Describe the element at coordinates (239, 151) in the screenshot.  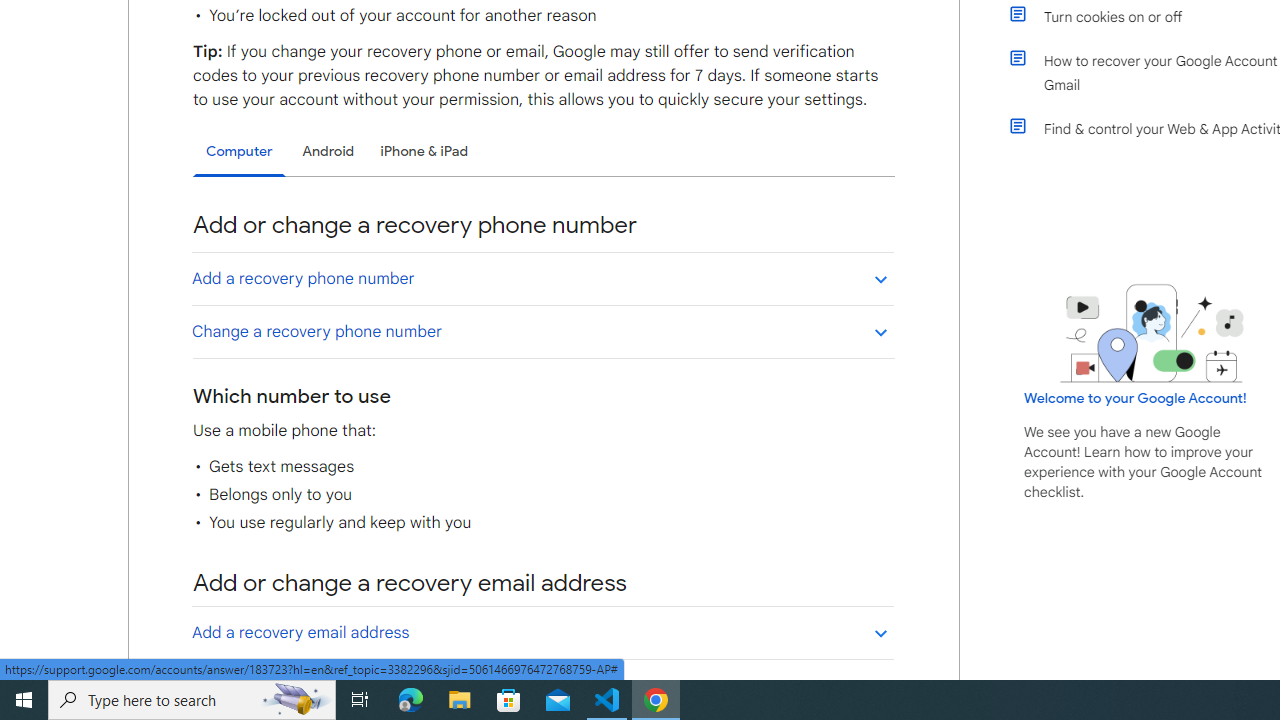
I see `'Computer'` at that location.